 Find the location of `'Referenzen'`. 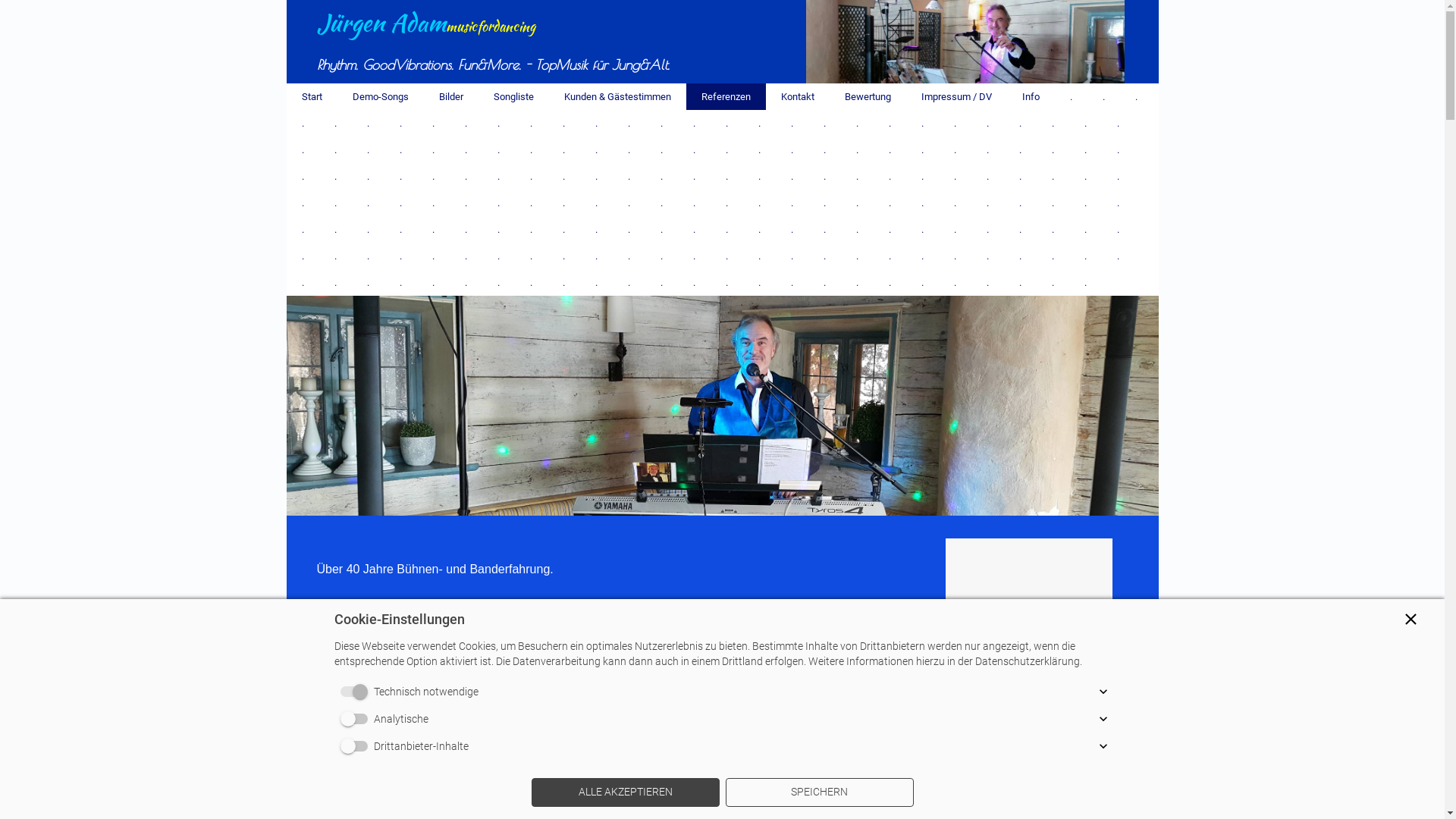

'Referenzen' is located at coordinates (724, 96).